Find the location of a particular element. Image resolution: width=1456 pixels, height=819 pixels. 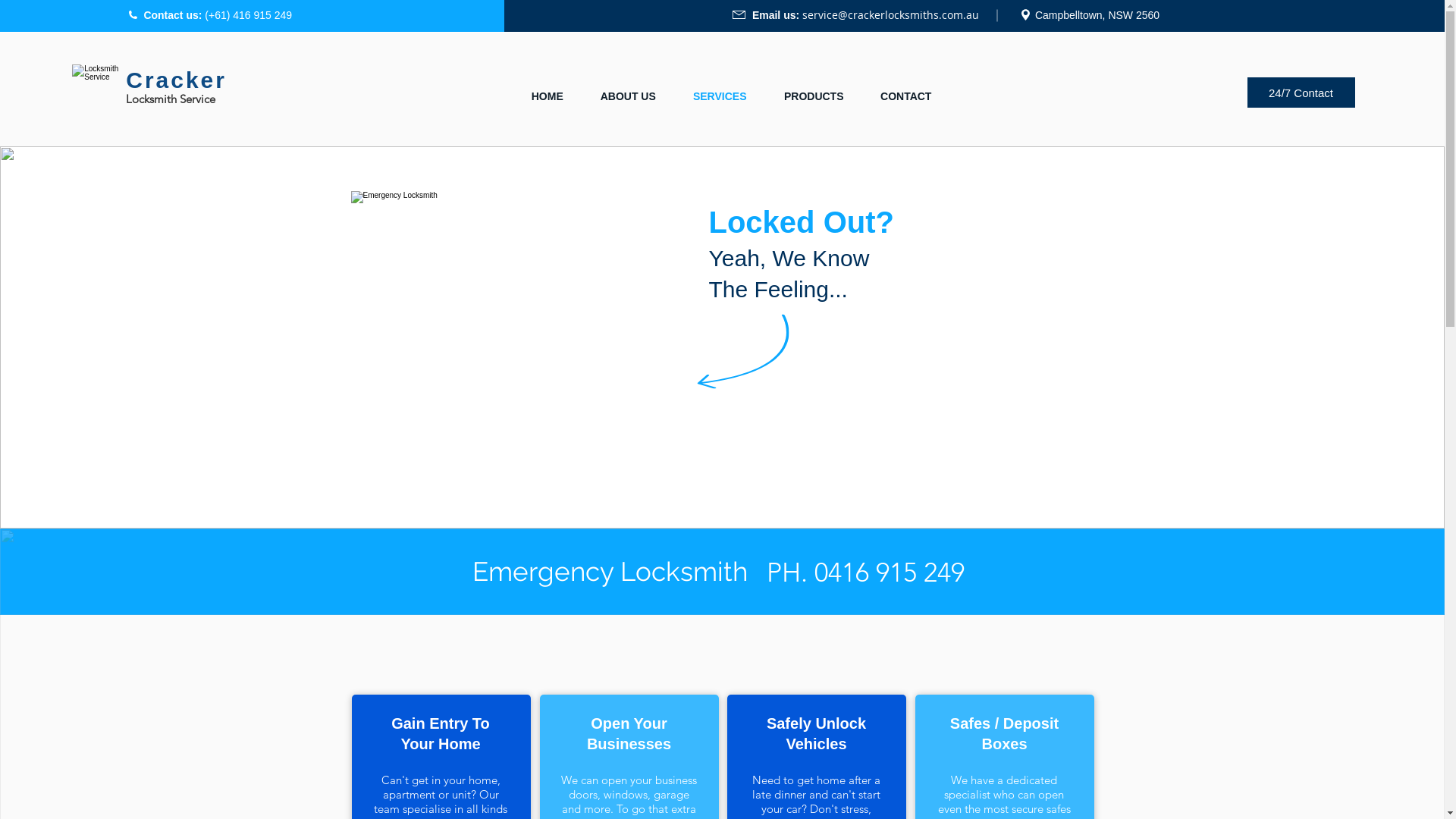

'HOME' is located at coordinates (546, 96).